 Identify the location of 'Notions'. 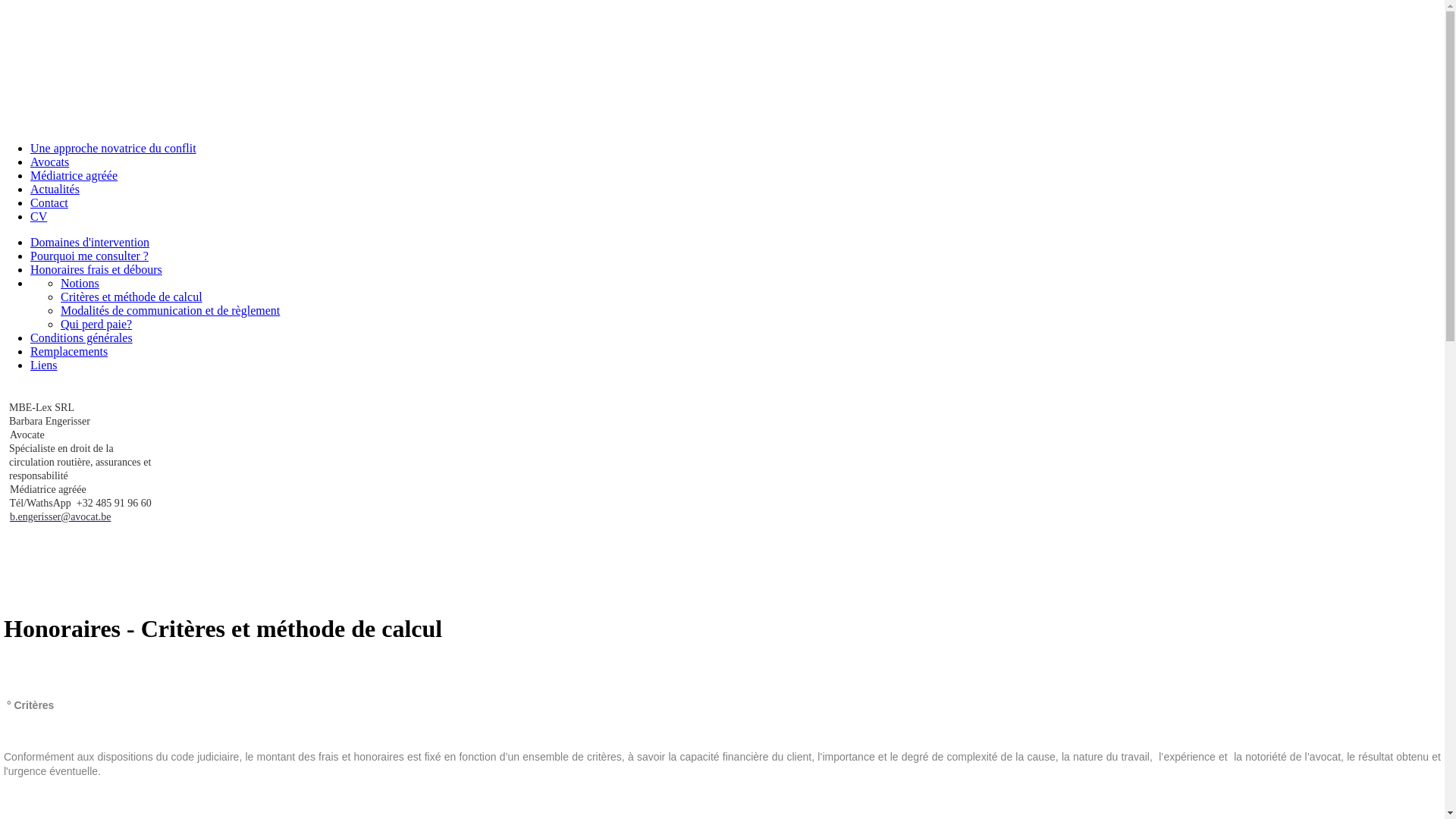
(61, 283).